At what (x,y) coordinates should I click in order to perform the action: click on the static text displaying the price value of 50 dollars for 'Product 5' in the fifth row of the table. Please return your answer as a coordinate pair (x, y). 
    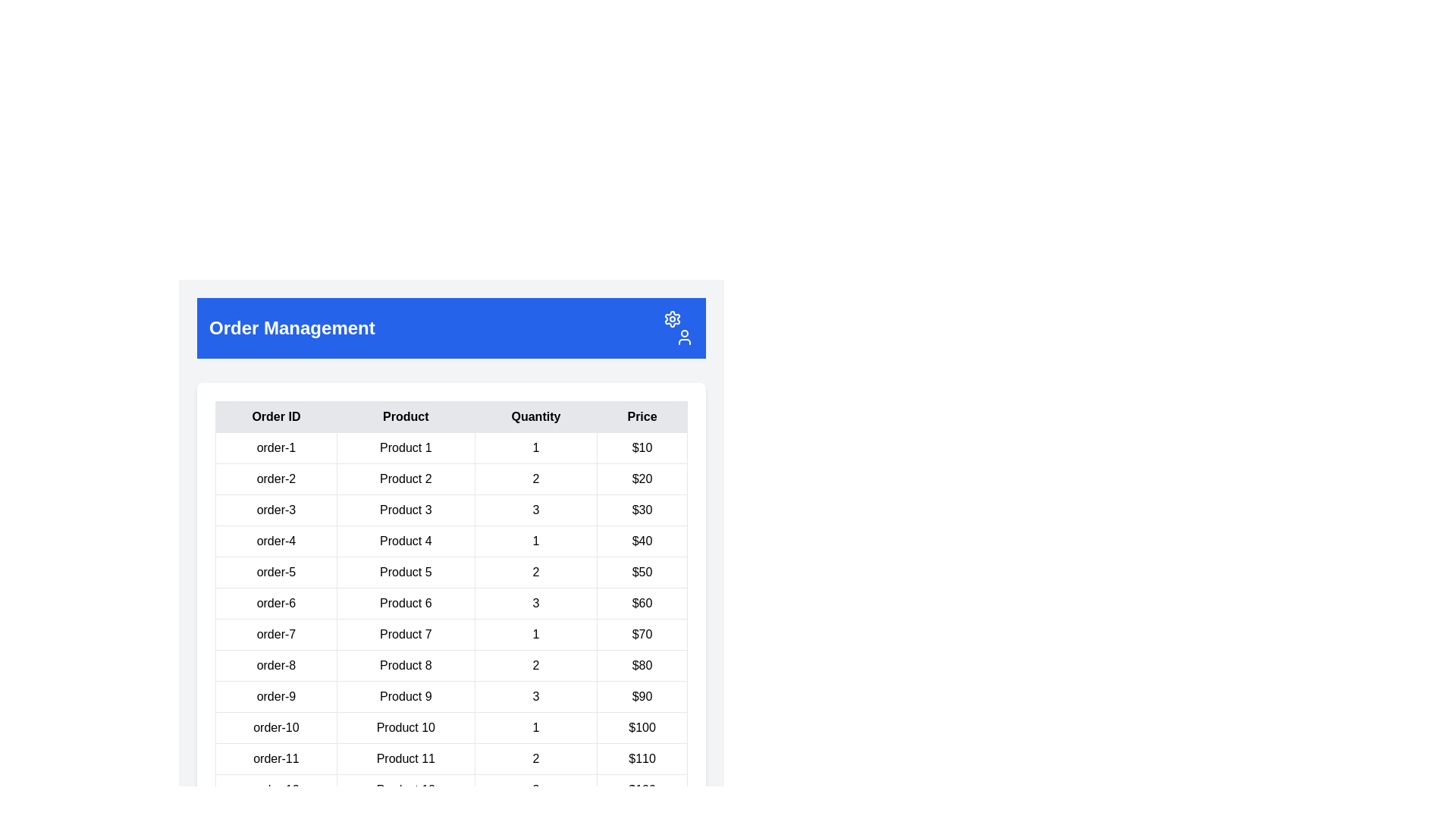
    Looking at the image, I should click on (642, 573).